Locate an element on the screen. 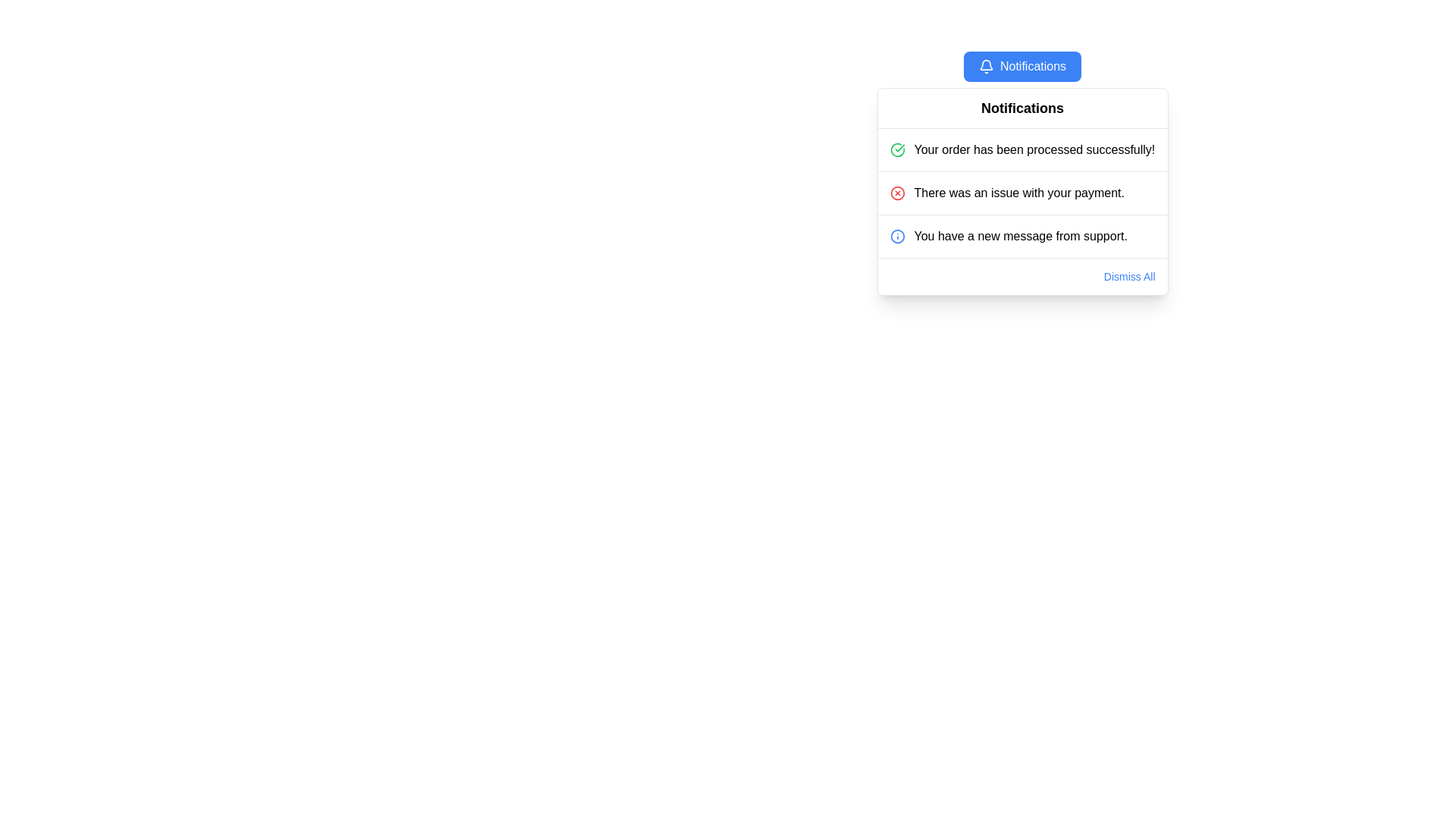  notification message displayed in the text label indicating that the user's order has been successfully processed, located at the top of the notification panel is located at coordinates (1034, 149).